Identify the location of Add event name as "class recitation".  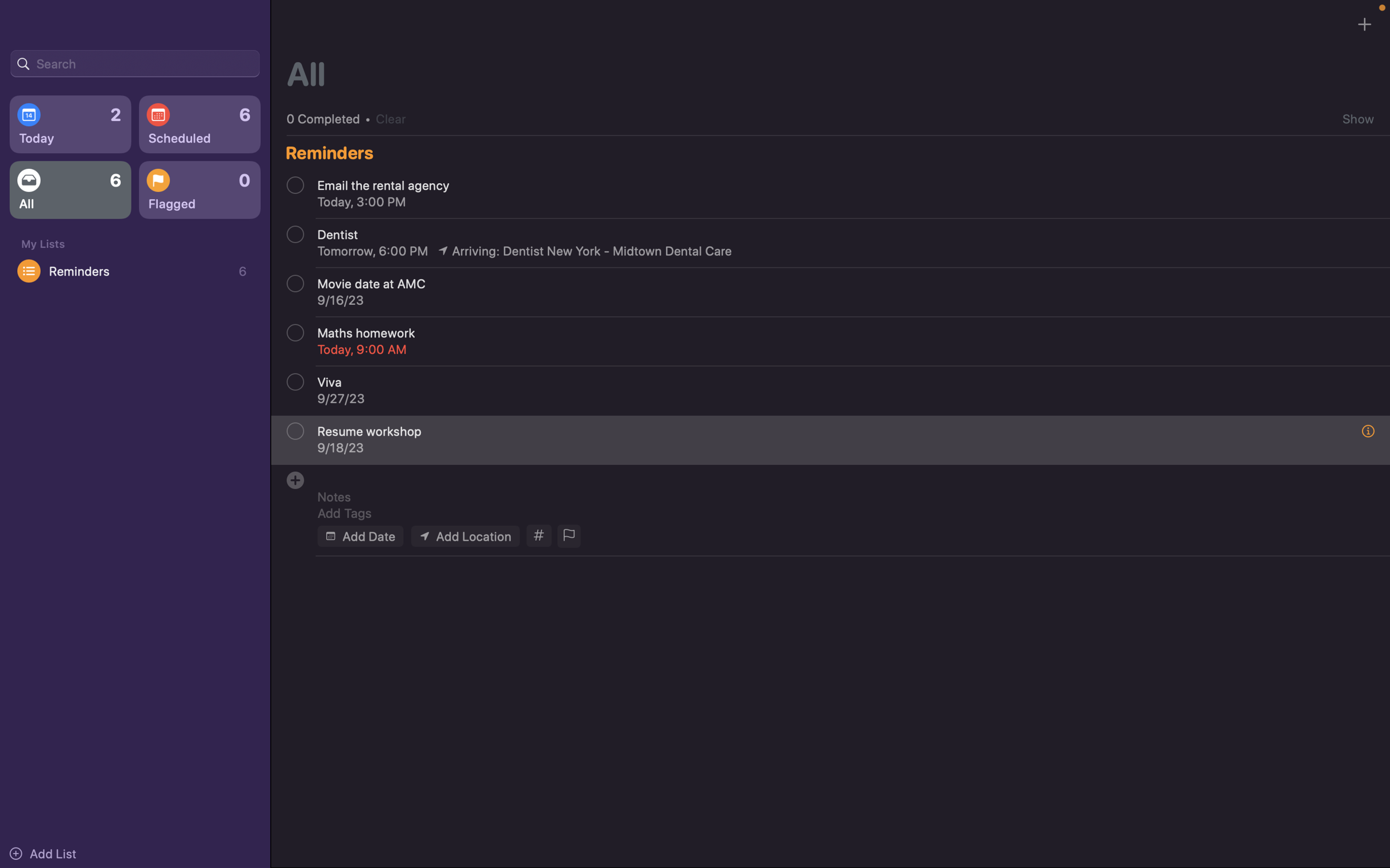
(836, 476).